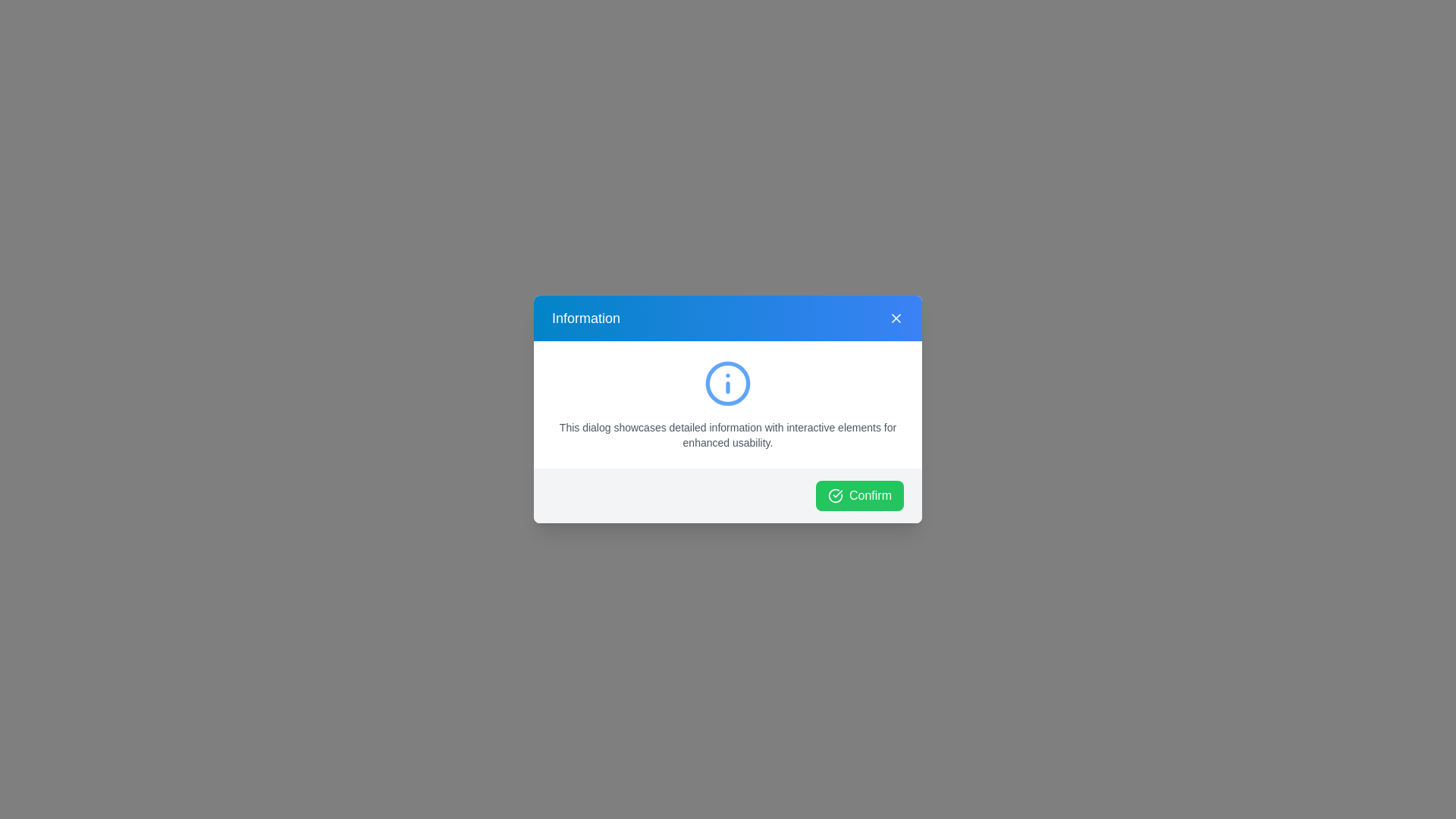 The width and height of the screenshot is (1456, 819). I want to click on the static text label displaying 'This dialog showcases detailed information with interactive elements for enhanced usability.' which is located beneath the information icon and above the Confirm button in the modal dialog box, so click(728, 435).